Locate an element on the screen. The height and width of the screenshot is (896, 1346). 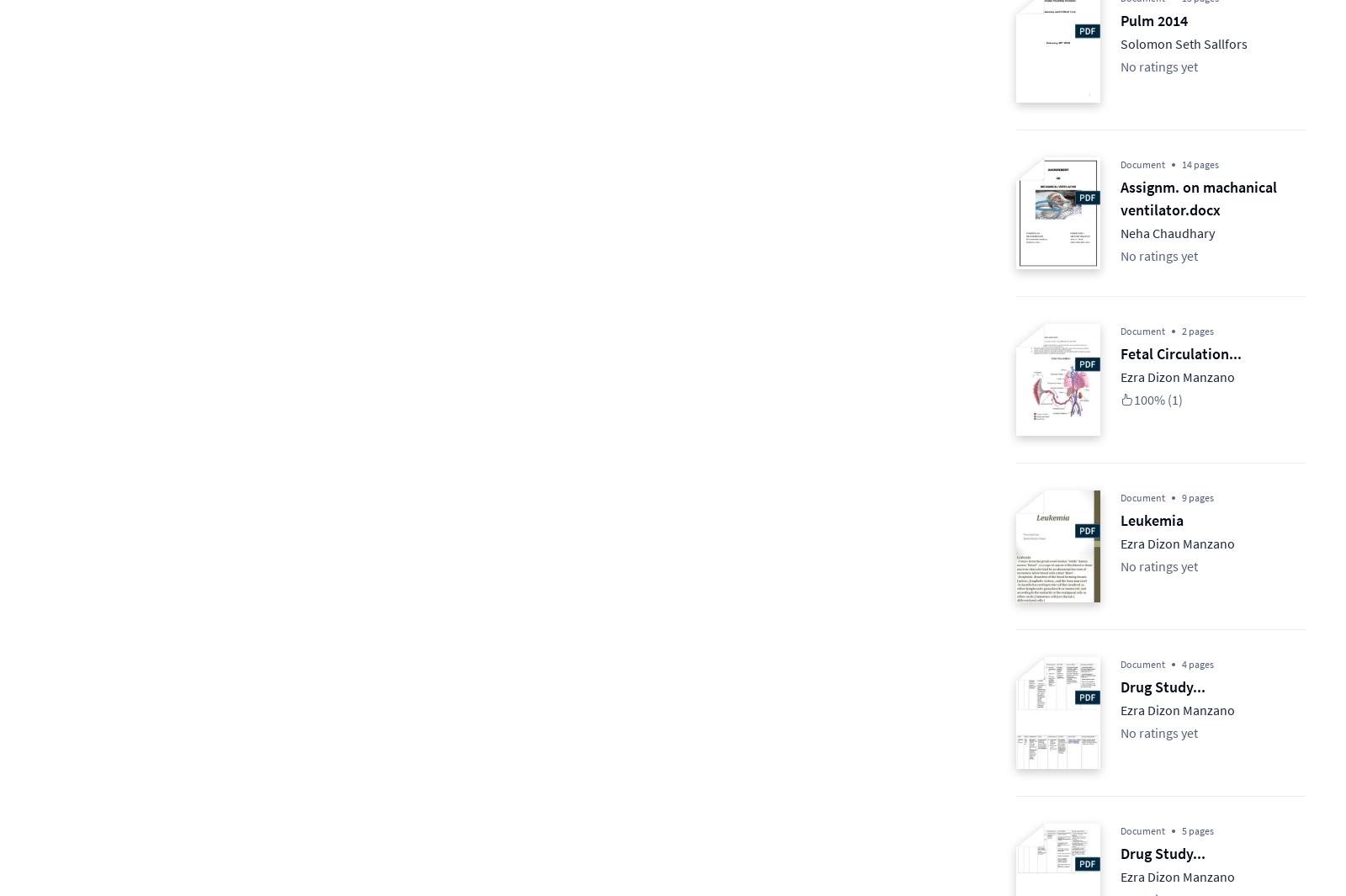
'9 pages' is located at coordinates (1198, 497).